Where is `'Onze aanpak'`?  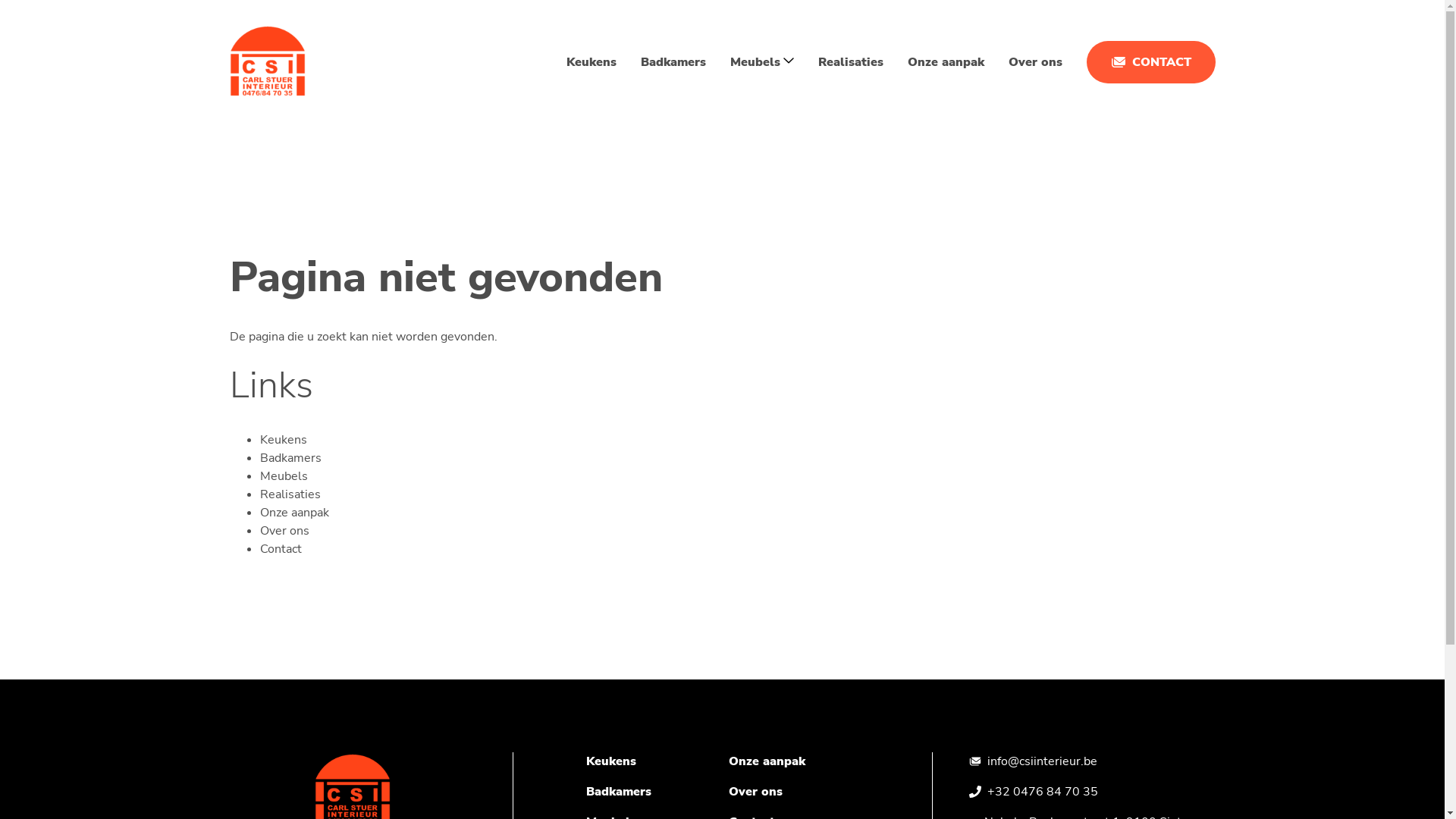 'Onze aanpak' is located at coordinates (944, 61).